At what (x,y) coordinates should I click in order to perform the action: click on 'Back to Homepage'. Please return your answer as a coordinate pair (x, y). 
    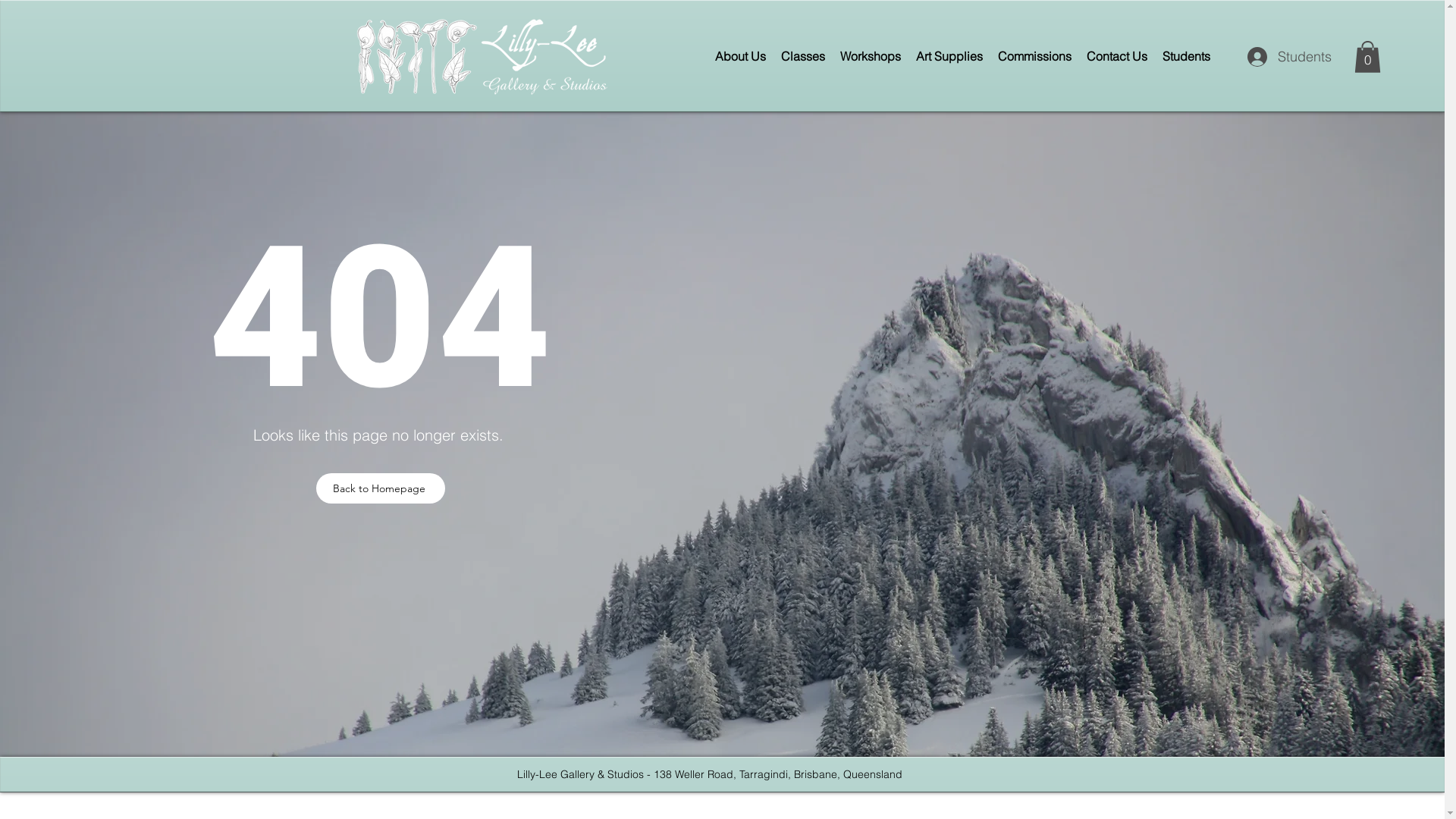
    Looking at the image, I should click on (381, 488).